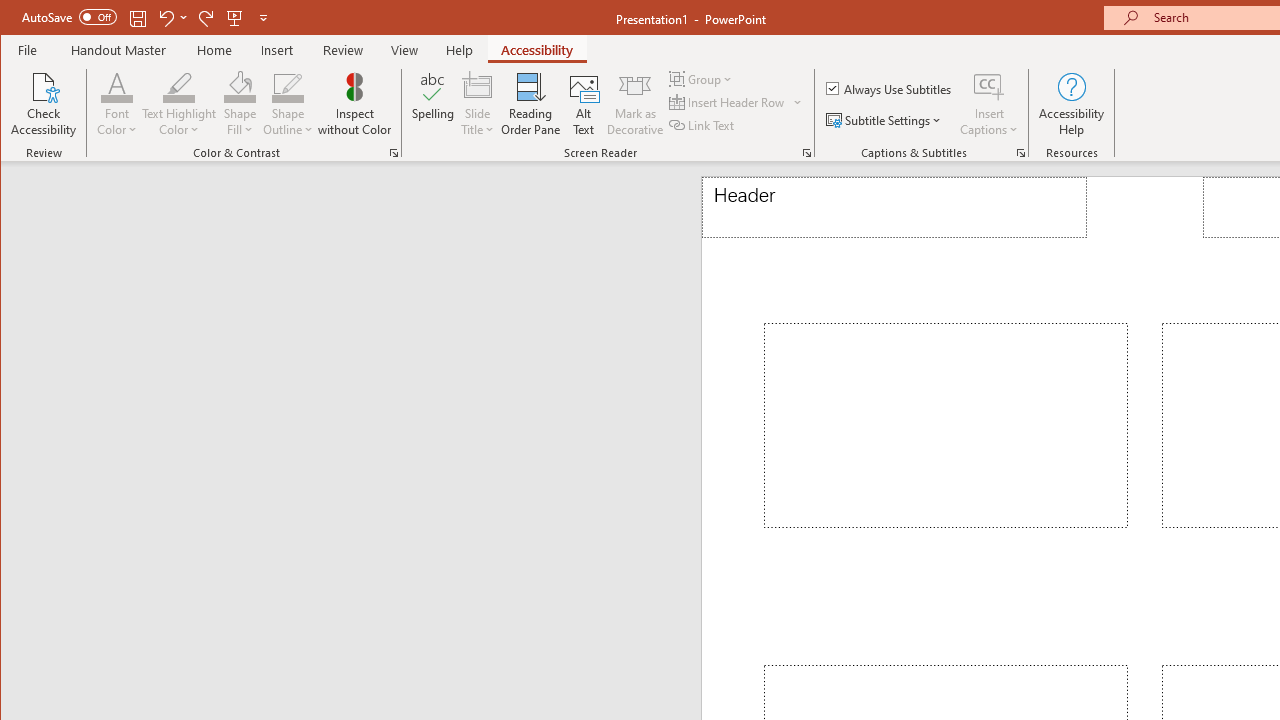 The height and width of the screenshot is (720, 1280). I want to click on 'Shape Outline', so click(287, 104).